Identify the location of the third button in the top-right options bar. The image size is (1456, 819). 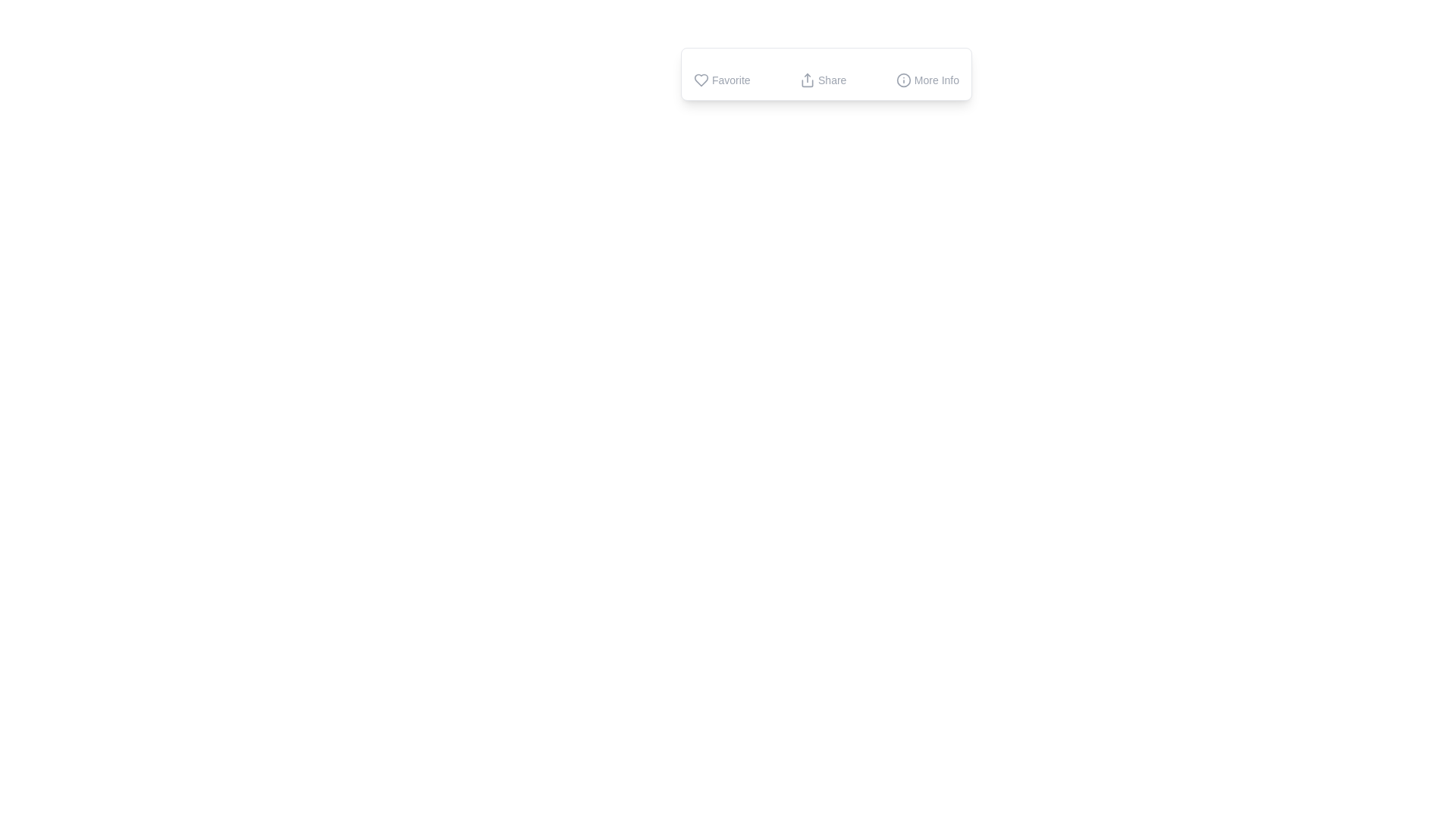
(927, 80).